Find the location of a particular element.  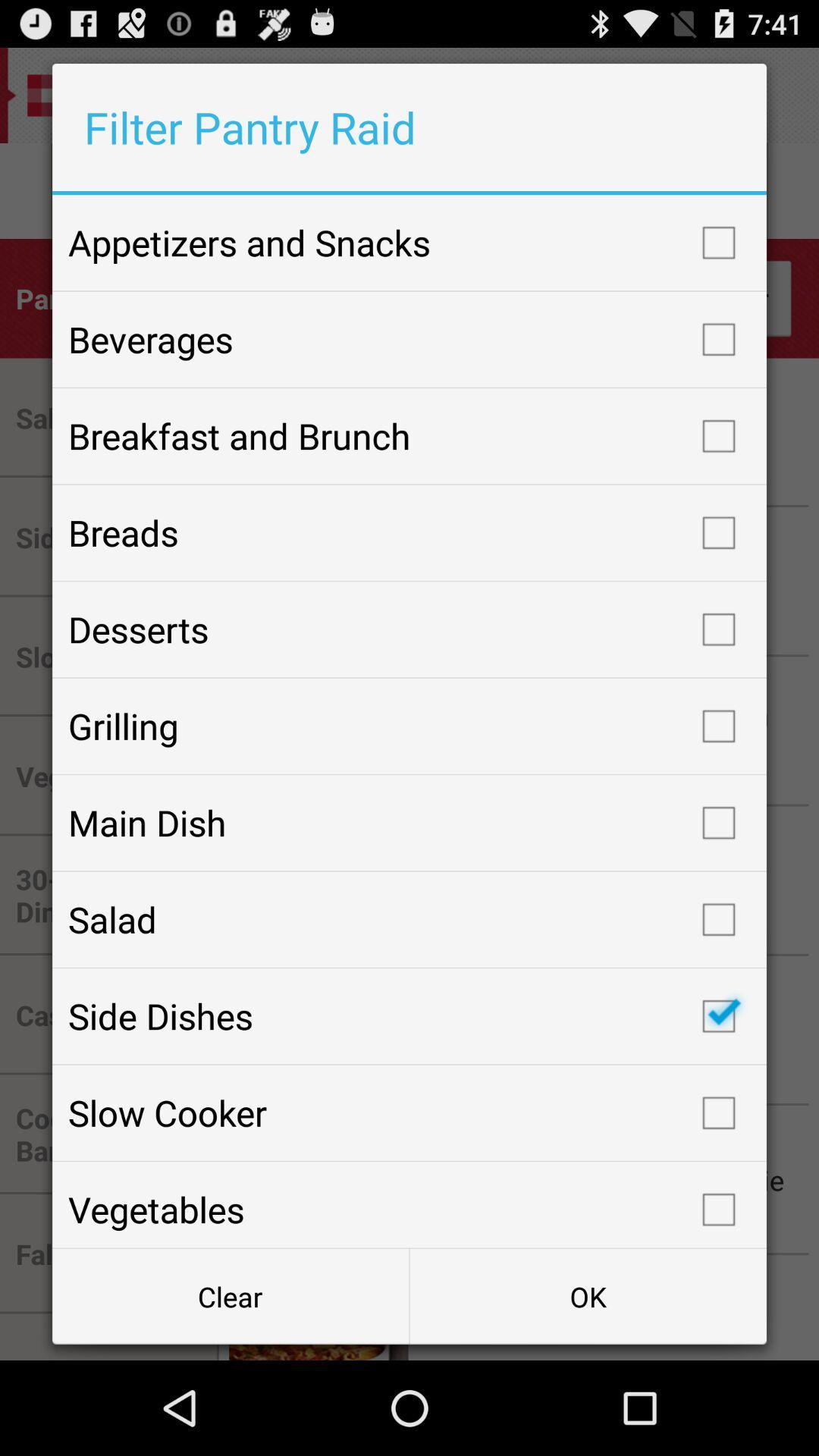

breads icon is located at coordinates (409, 532).